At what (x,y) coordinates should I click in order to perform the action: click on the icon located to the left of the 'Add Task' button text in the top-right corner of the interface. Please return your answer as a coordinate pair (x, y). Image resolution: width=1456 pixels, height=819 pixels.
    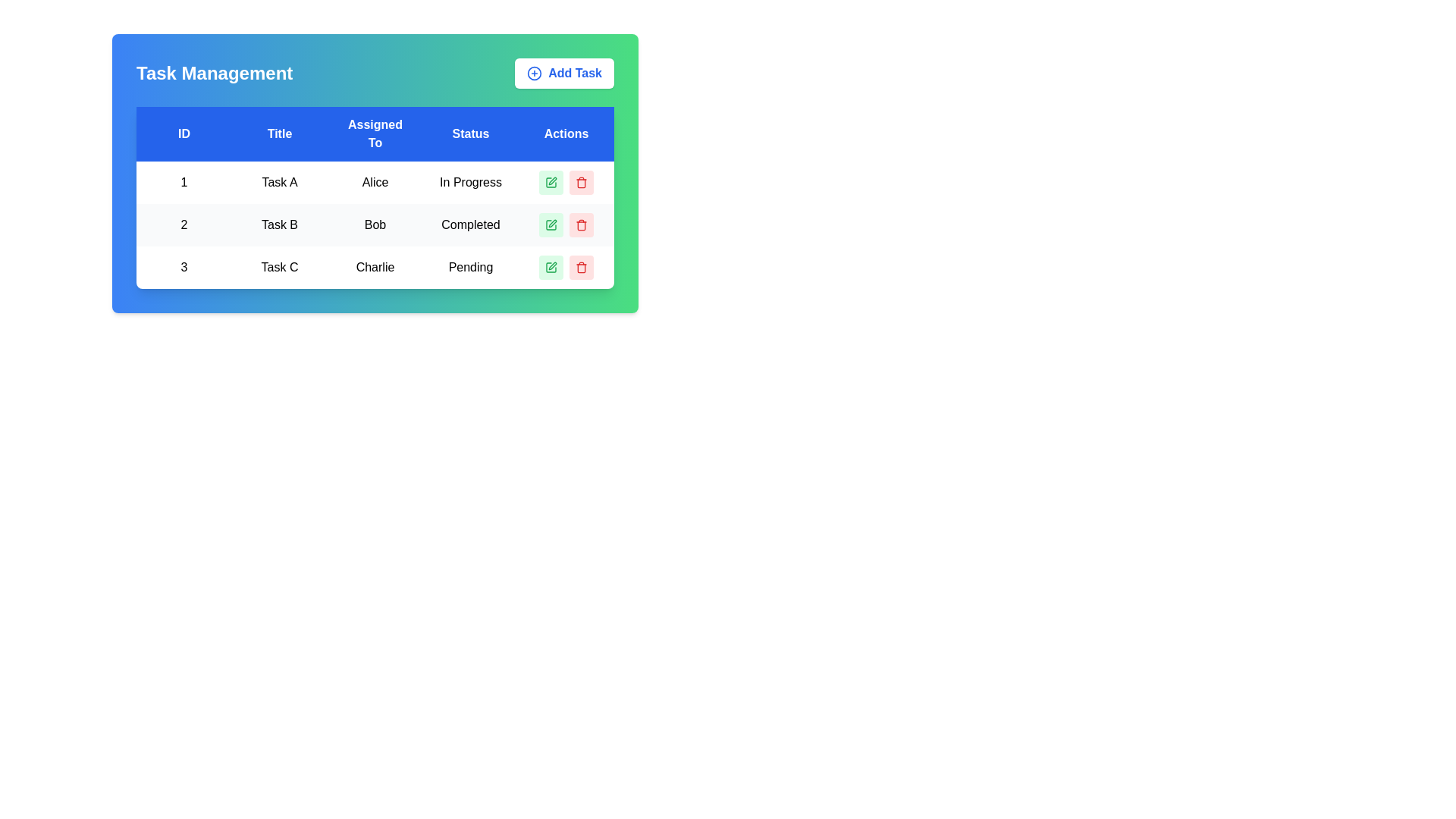
    Looking at the image, I should click on (535, 73).